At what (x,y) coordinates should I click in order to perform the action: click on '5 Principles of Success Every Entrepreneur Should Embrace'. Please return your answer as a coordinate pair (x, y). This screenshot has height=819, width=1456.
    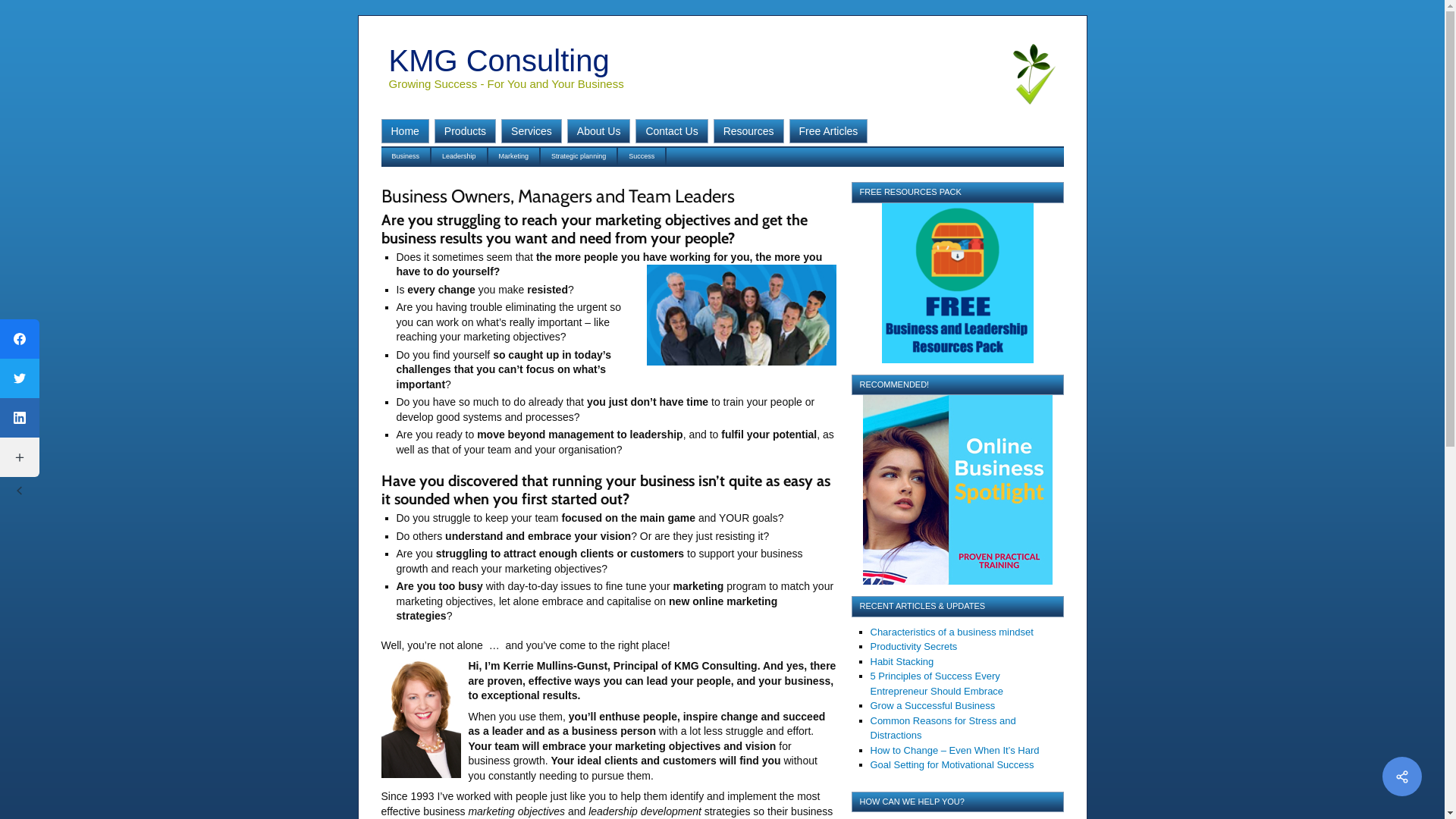
    Looking at the image, I should click on (937, 683).